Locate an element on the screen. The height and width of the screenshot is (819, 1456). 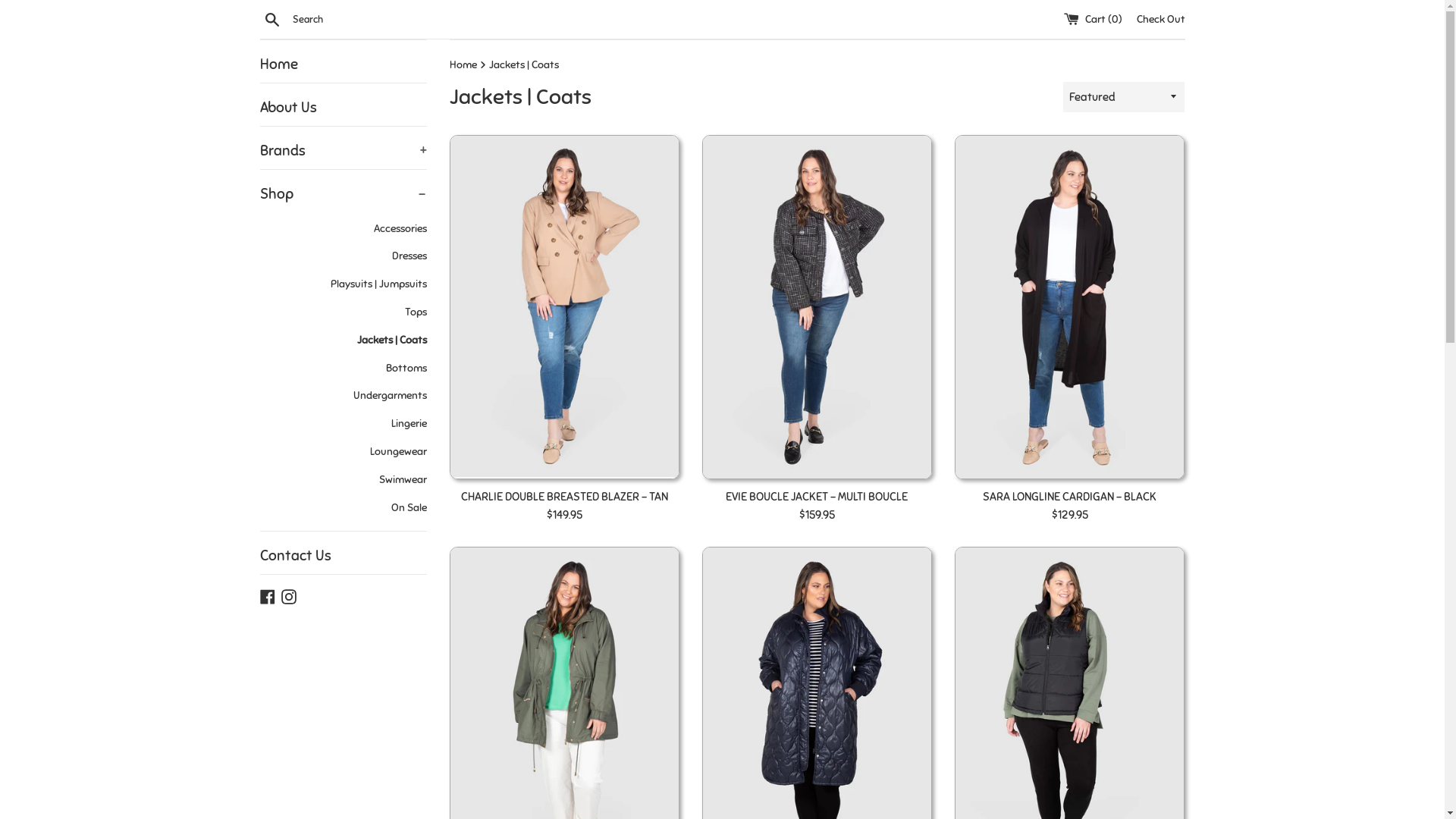
'Jackets | Coats' is located at coordinates (341, 340).